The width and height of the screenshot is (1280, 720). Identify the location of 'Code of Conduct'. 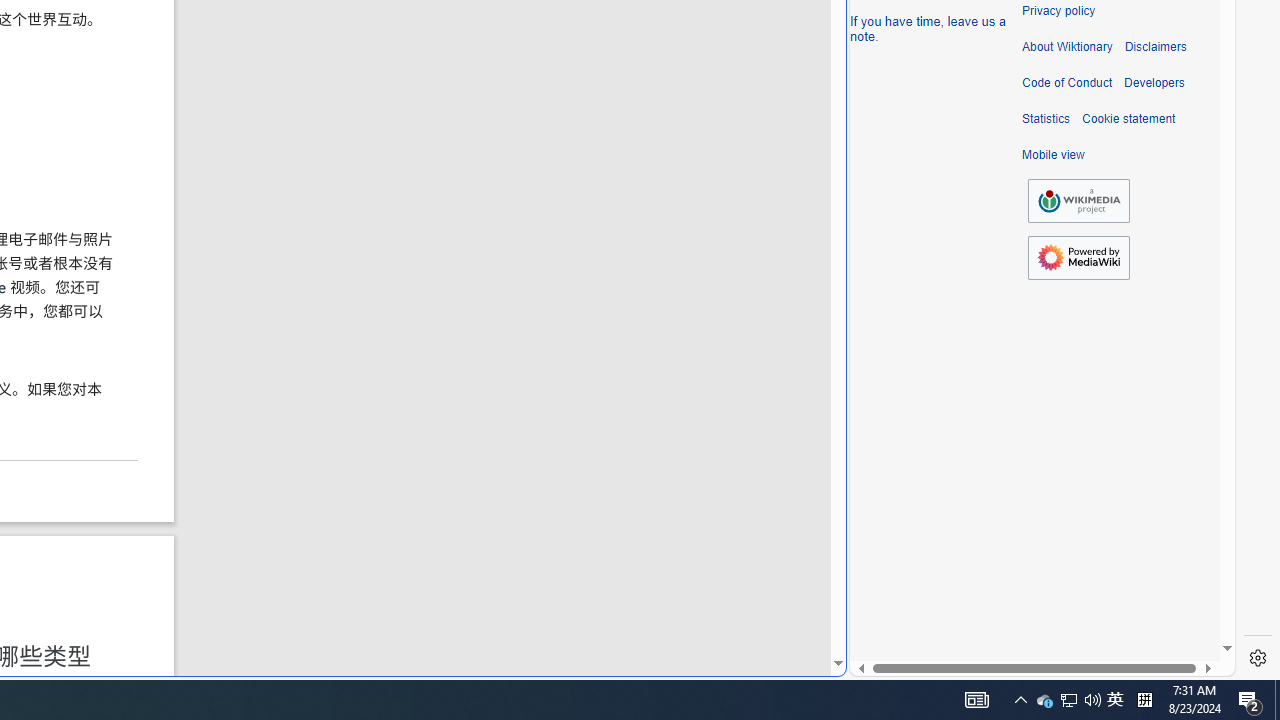
(1066, 82).